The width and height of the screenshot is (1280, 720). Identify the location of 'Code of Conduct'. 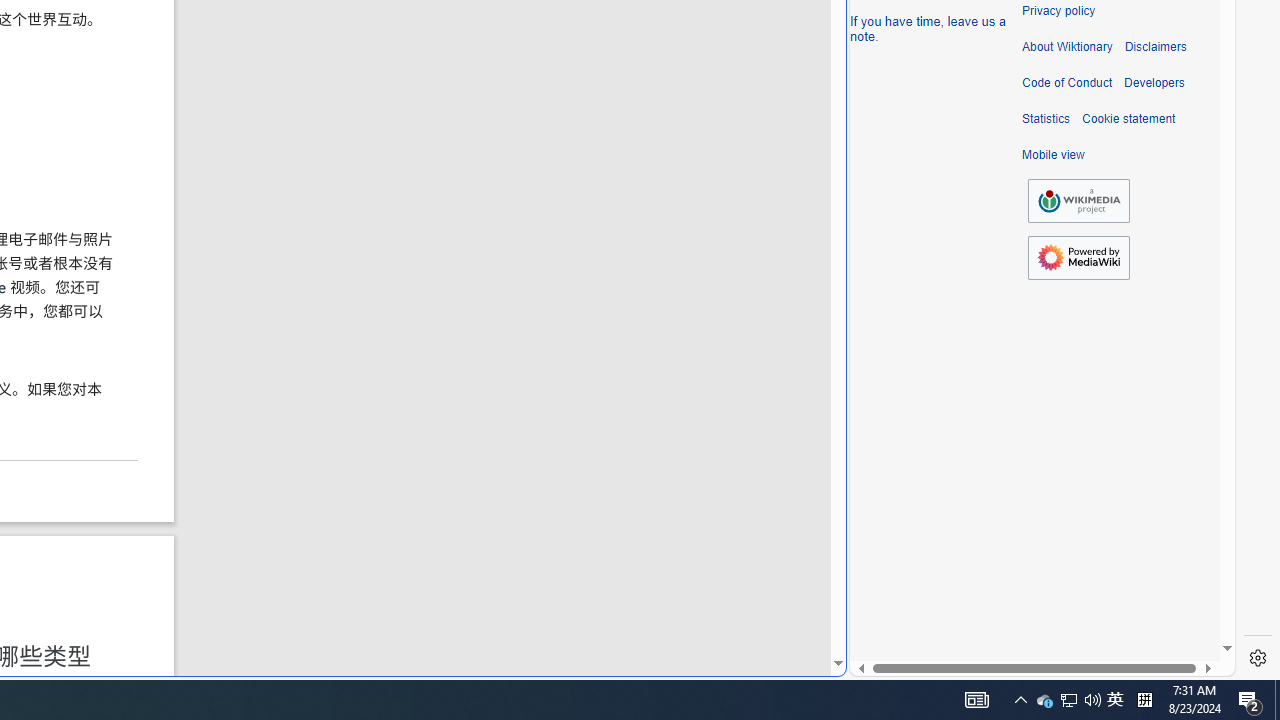
(1066, 82).